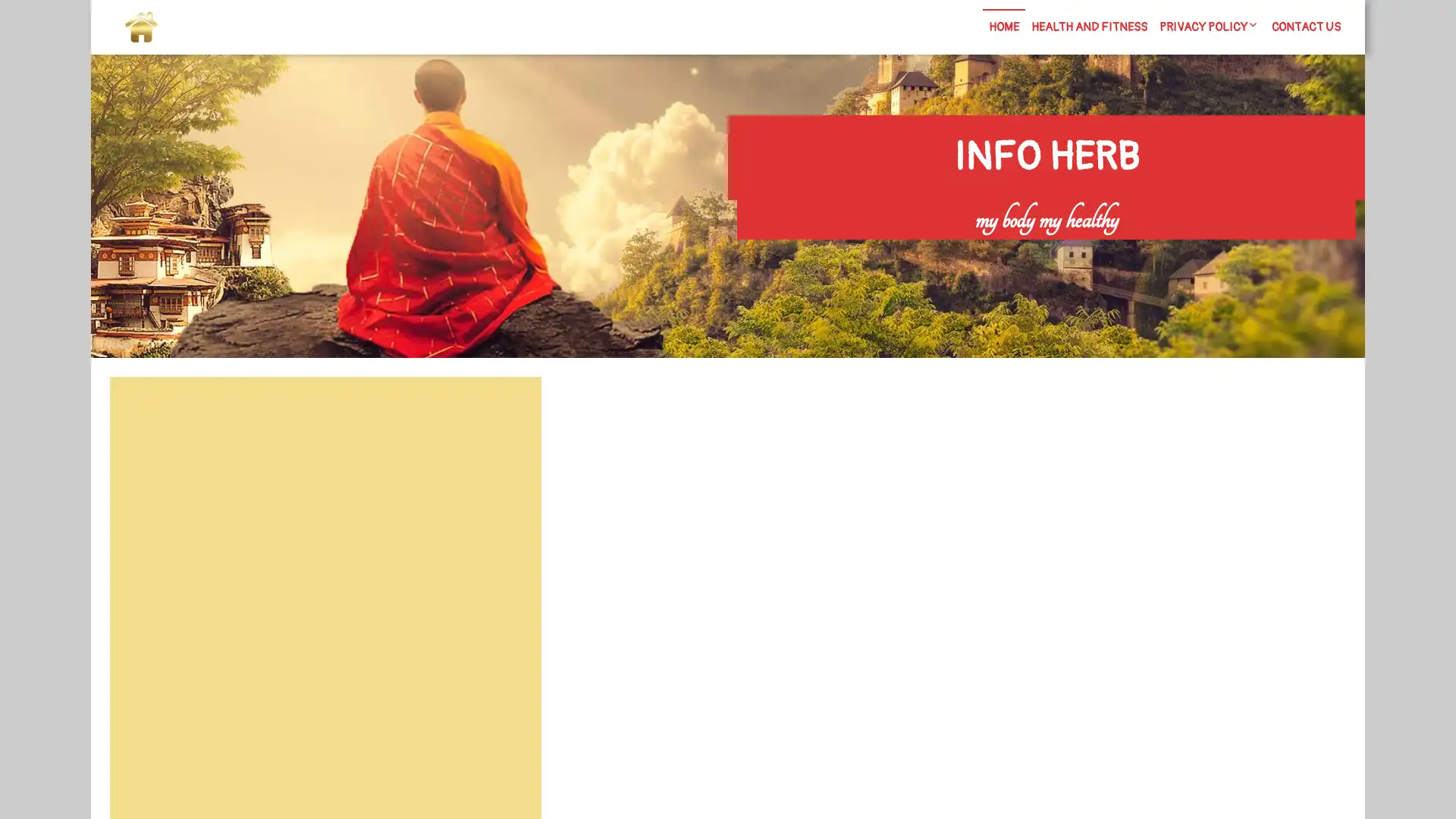 The height and width of the screenshot is (819, 1456). I want to click on Search, so click(1181, 248).